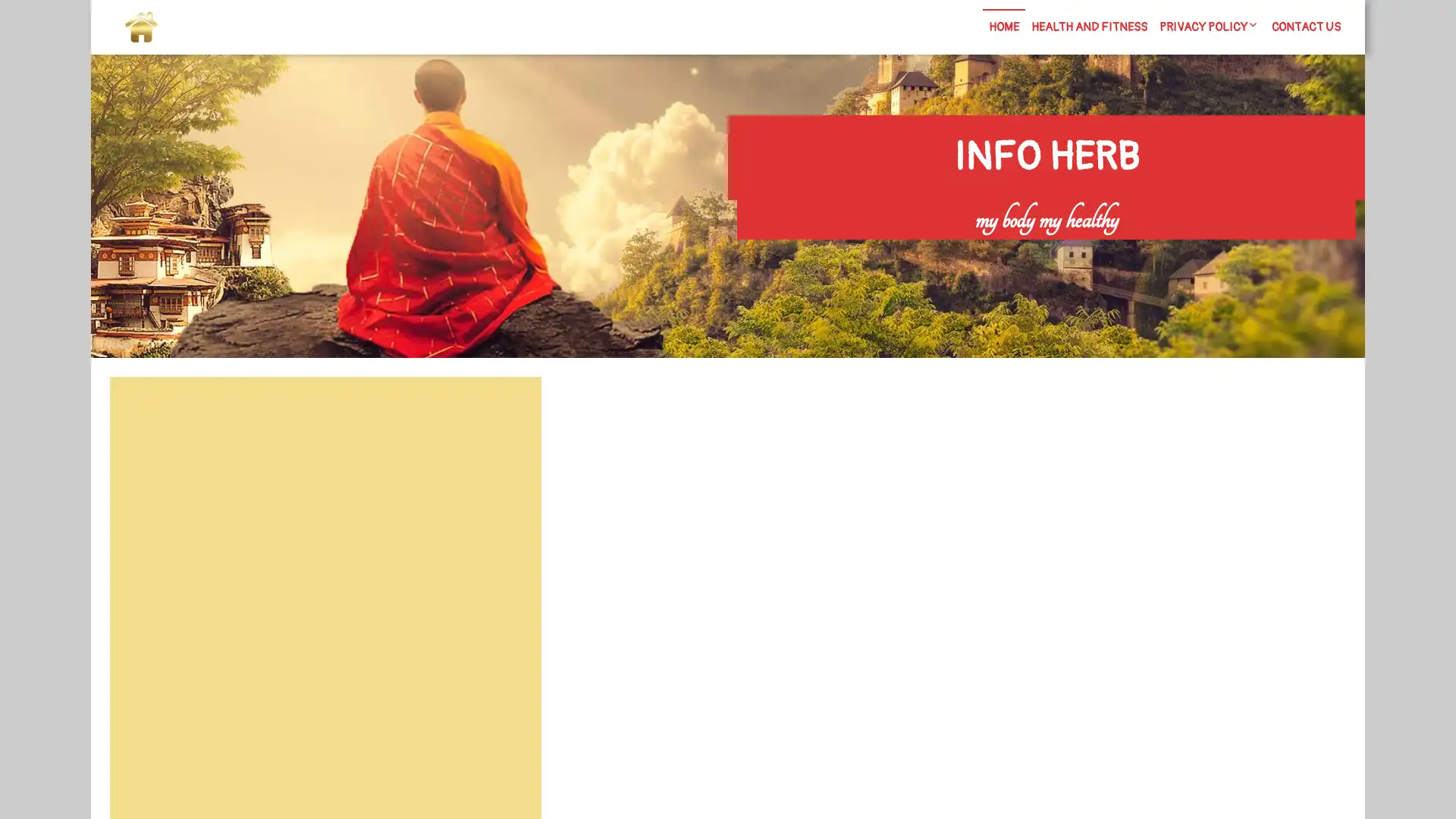 The height and width of the screenshot is (819, 1456). I want to click on Search, so click(1181, 248).